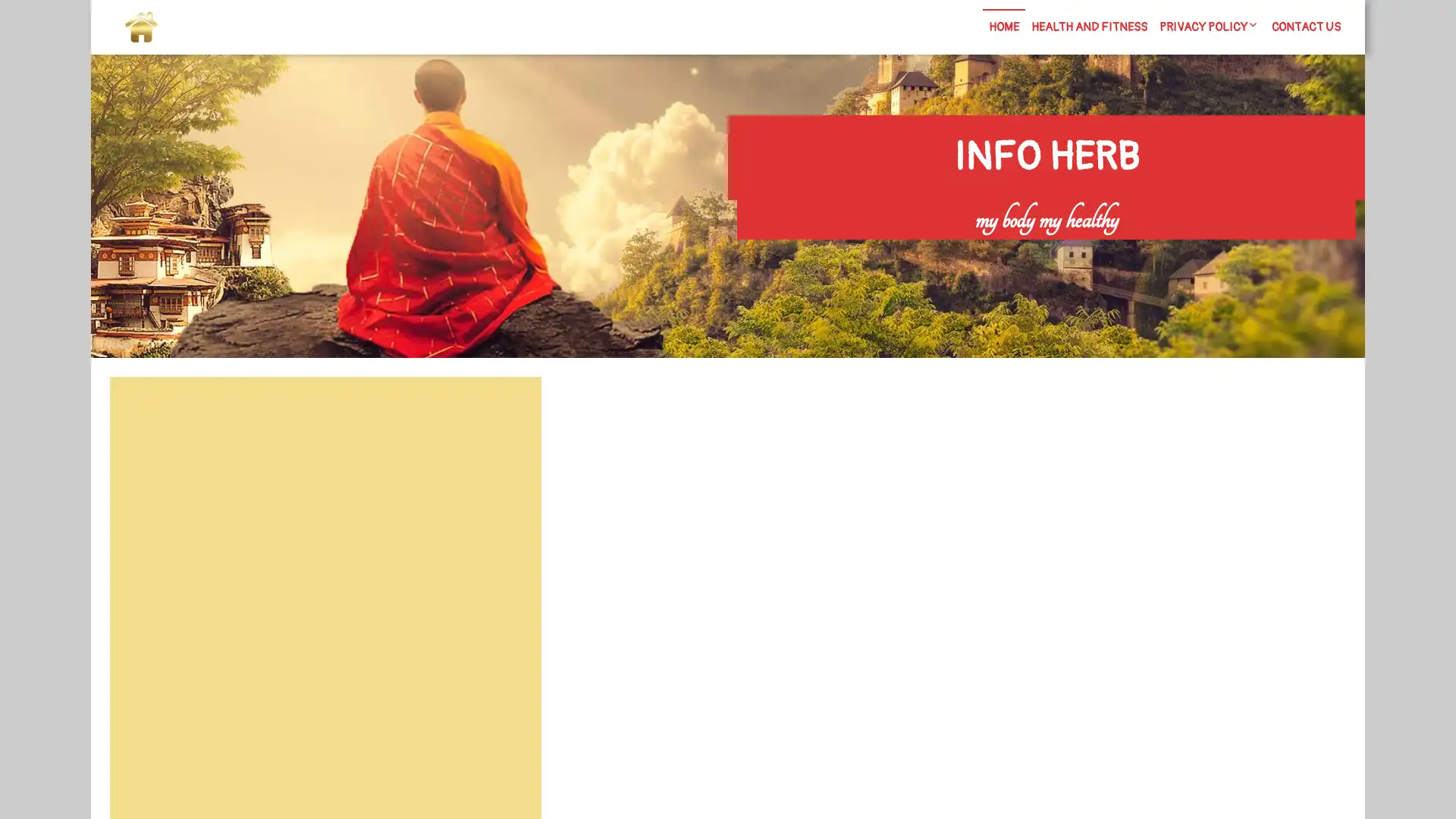 The height and width of the screenshot is (819, 1456). I want to click on Search, so click(1181, 248).